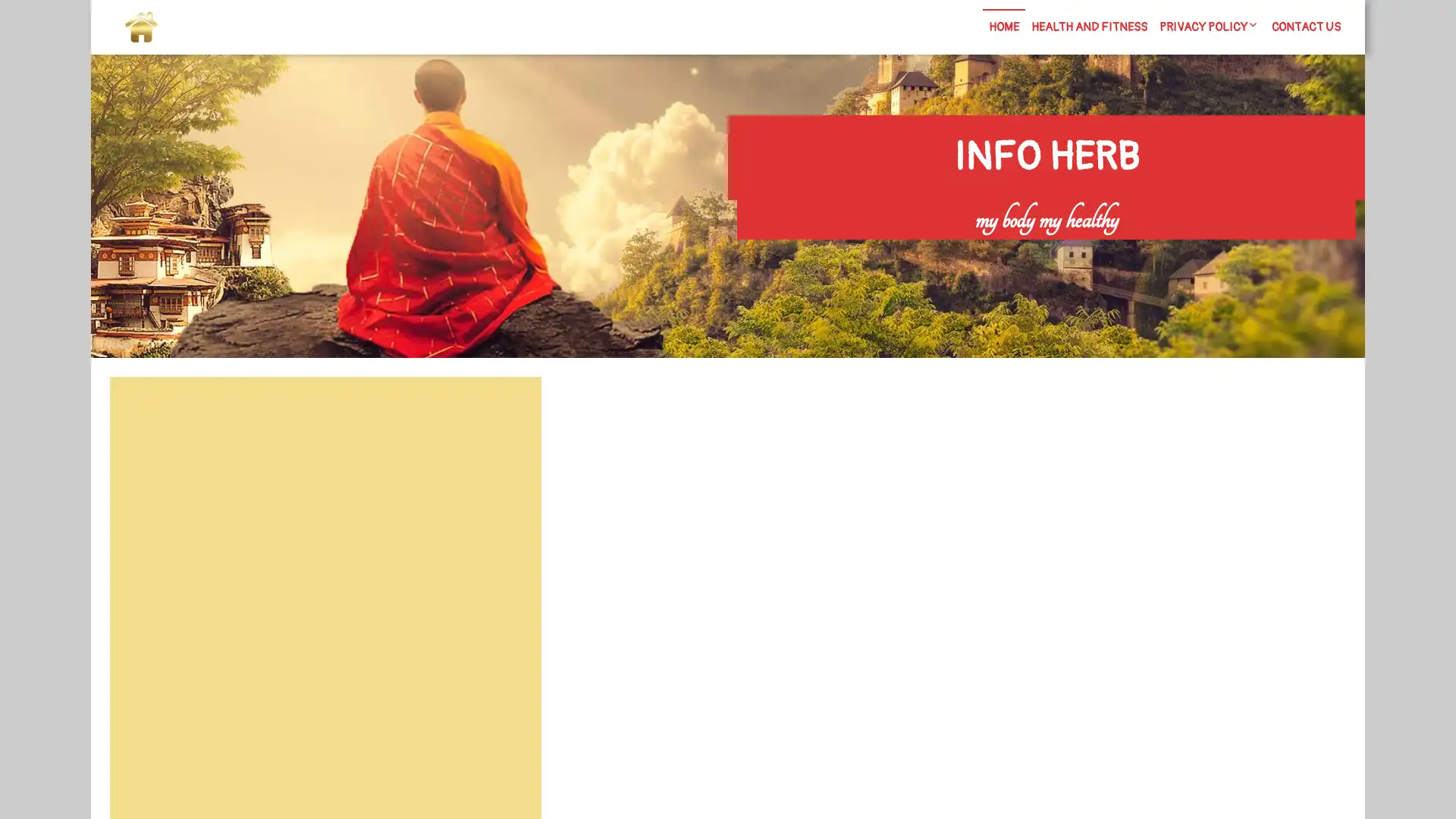 The height and width of the screenshot is (819, 1456). I want to click on Search, so click(1181, 248).